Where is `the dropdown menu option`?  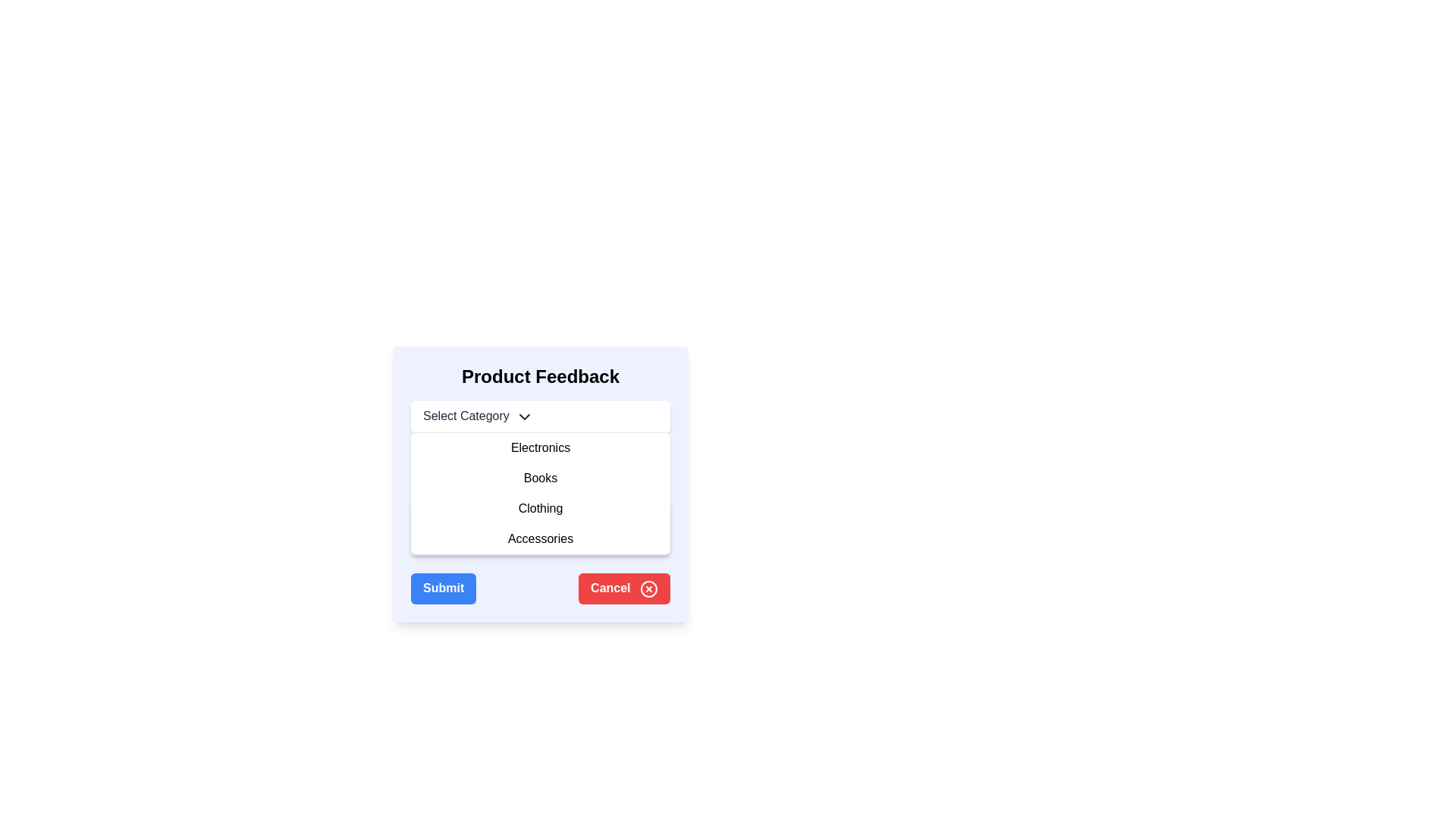 the dropdown menu option is located at coordinates (541, 493).